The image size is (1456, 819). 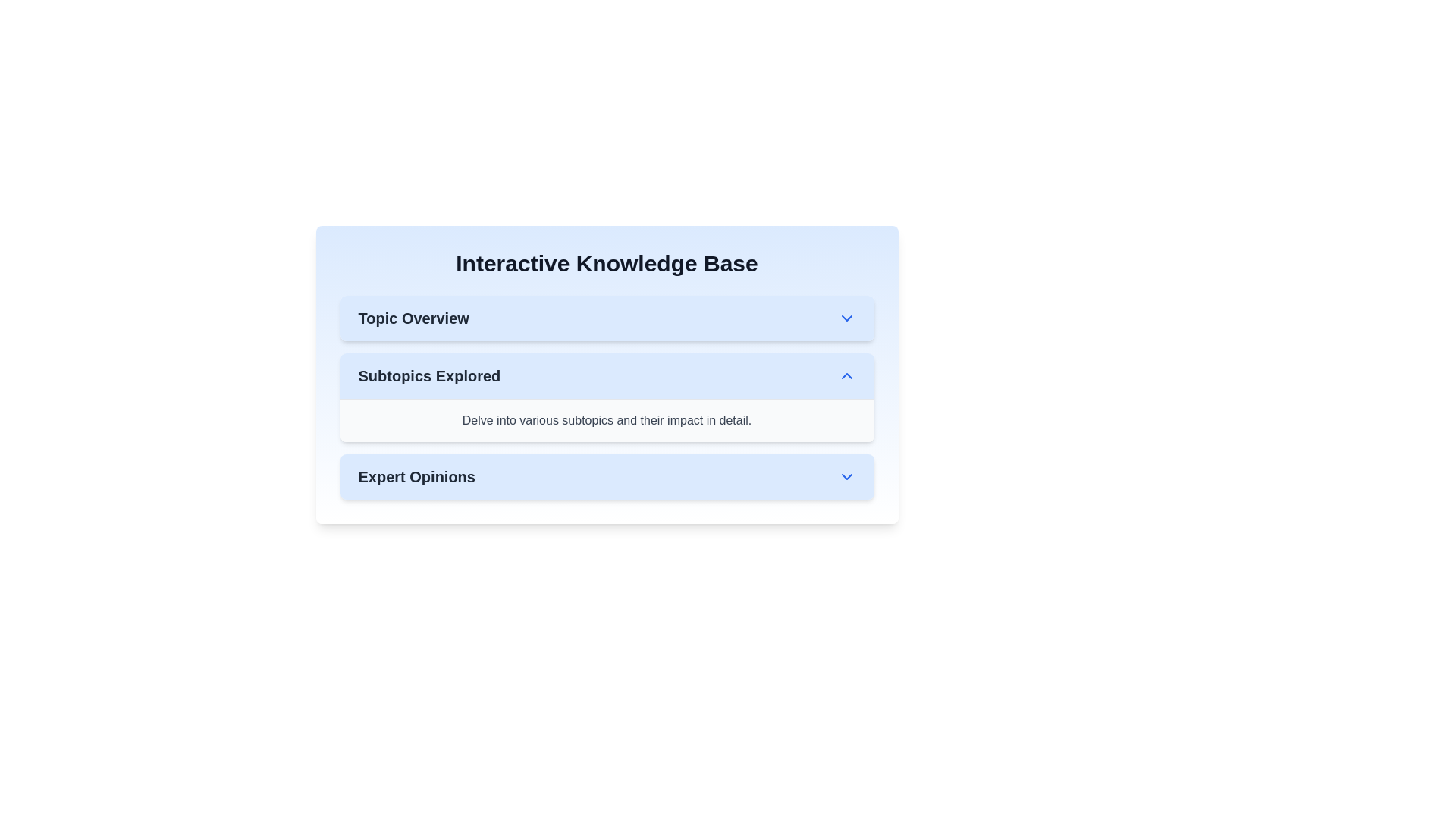 I want to click on the toggle button icon located on the right side of the 'Expert Opinions' section, so click(x=846, y=475).